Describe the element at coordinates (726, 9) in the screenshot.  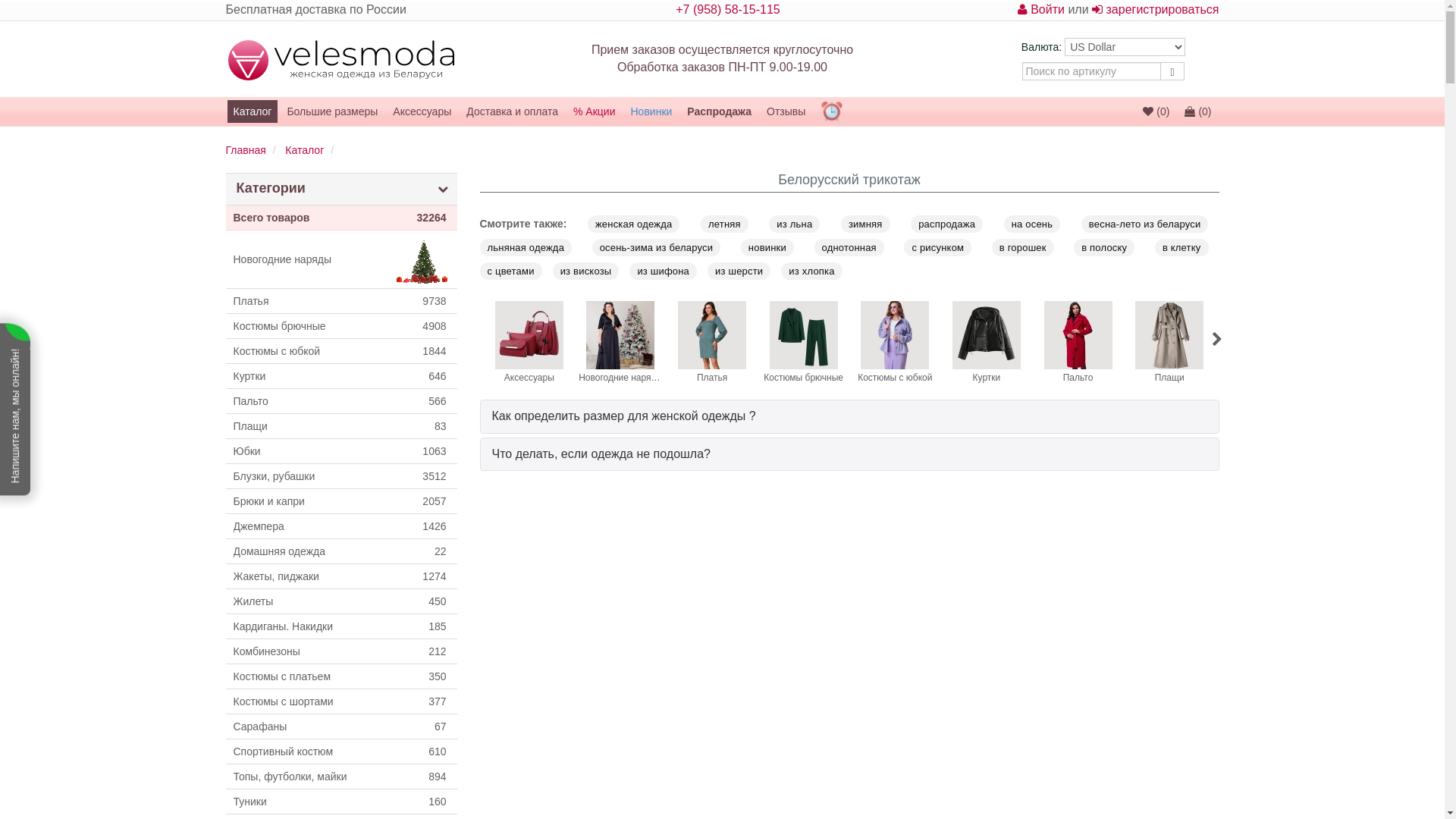
I see `'+7 (958) 58-15-115'` at that location.